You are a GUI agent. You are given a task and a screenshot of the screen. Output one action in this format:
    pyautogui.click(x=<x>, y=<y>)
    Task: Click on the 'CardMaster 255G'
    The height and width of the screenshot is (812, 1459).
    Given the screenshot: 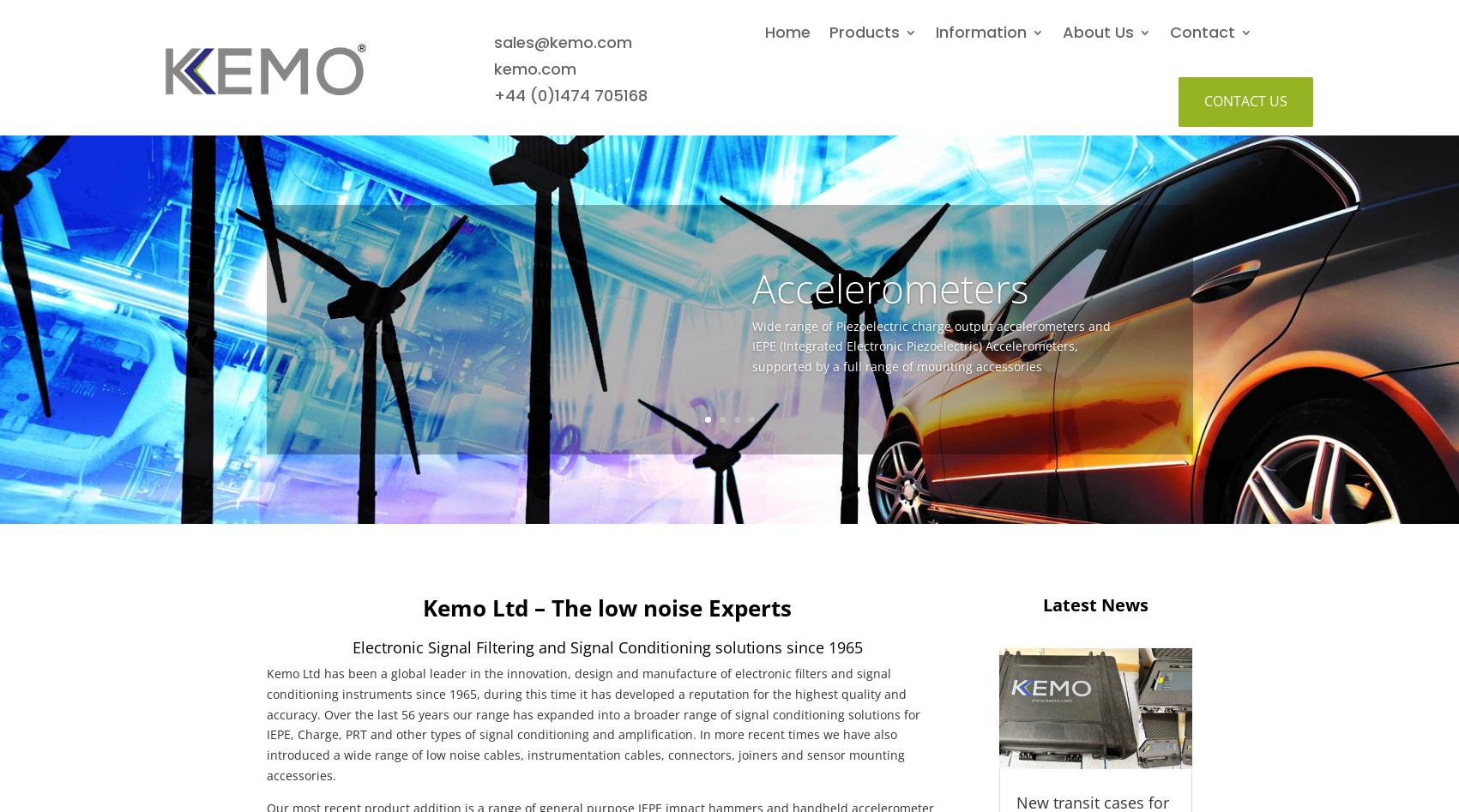 What is the action you would take?
    pyautogui.click(x=1115, y=208)
    